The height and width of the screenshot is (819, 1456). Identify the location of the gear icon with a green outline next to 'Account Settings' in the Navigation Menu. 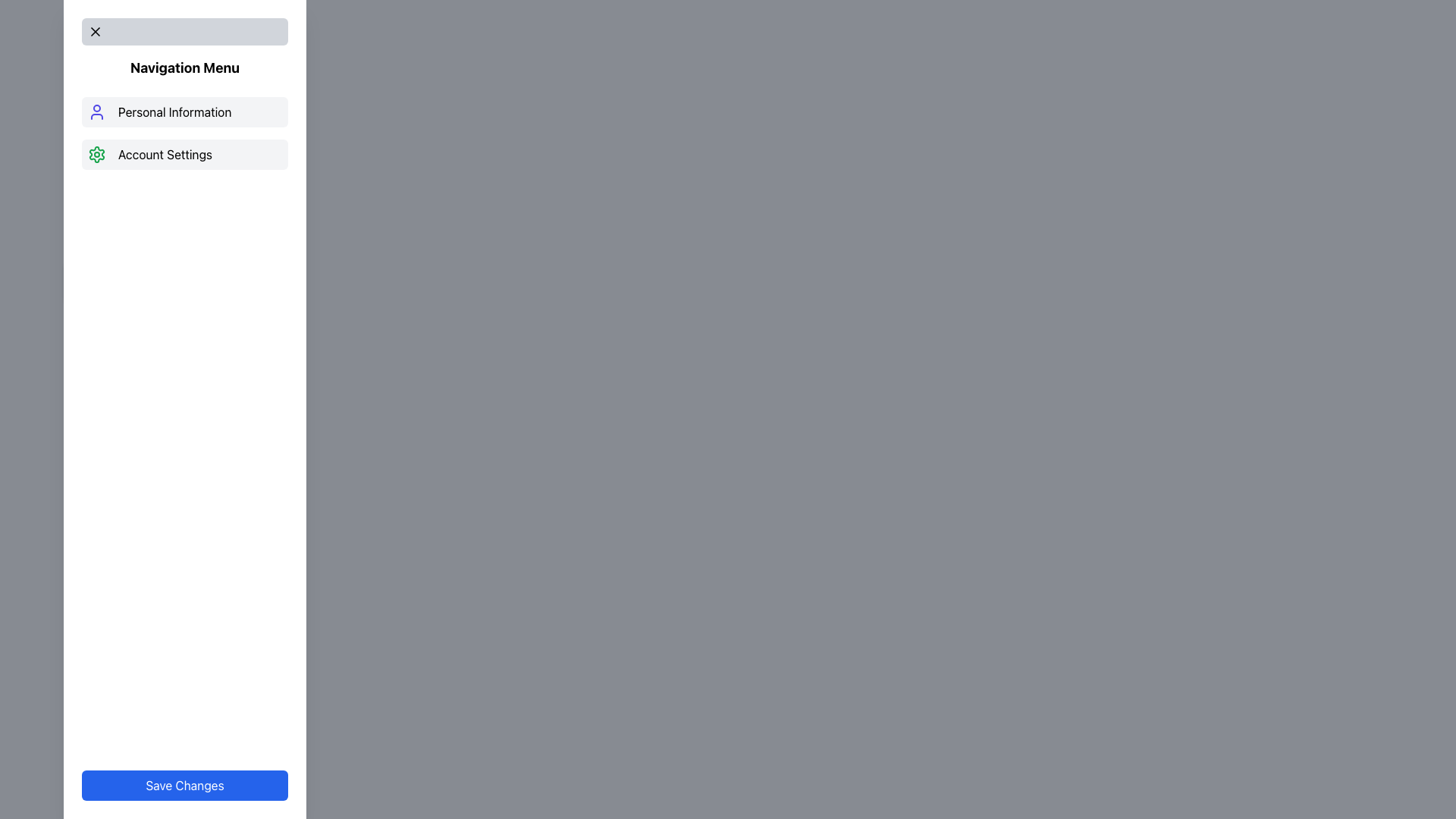
(96, 155).